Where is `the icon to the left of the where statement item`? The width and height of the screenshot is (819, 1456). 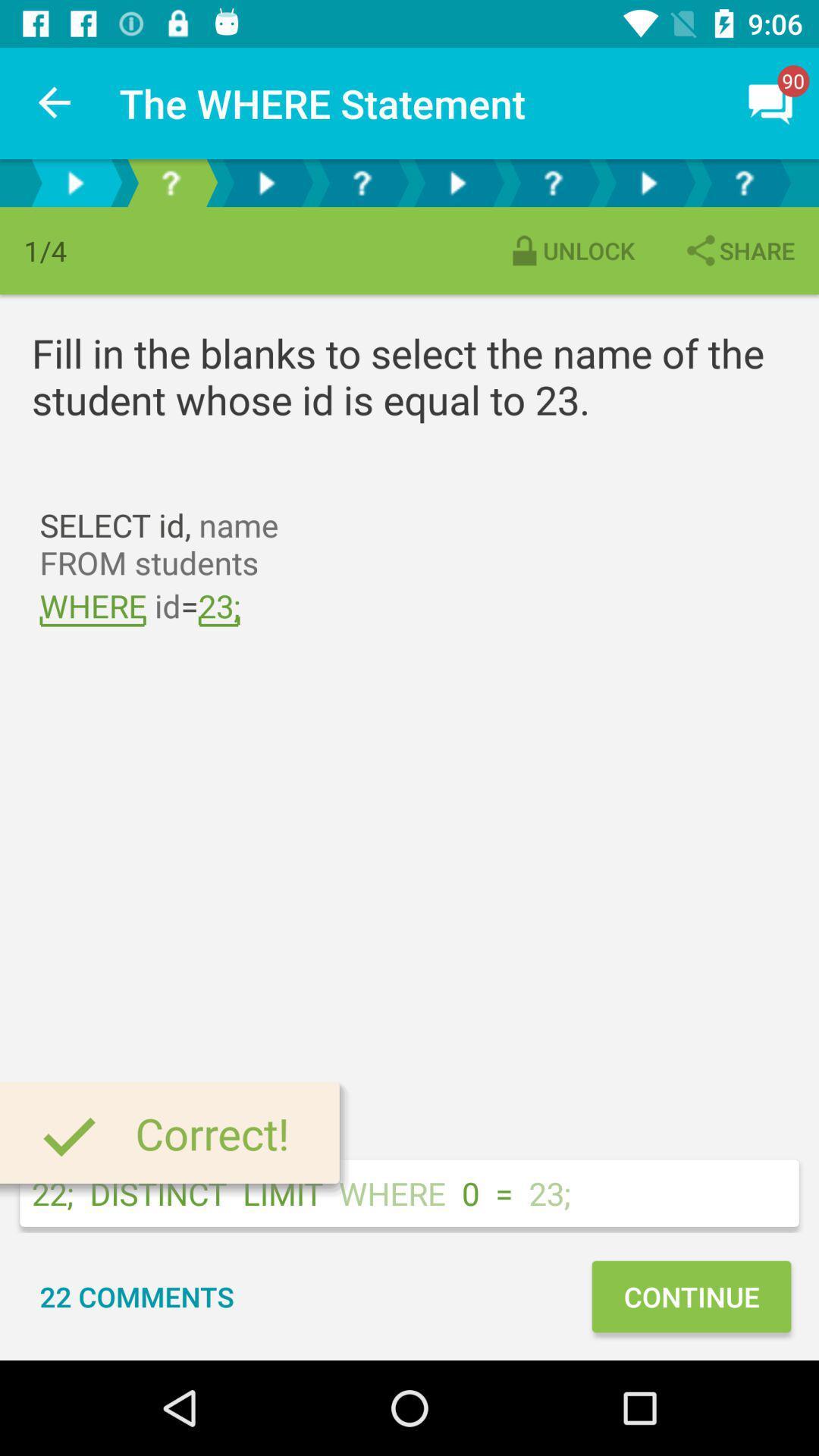 the icon to the left of the where statement item is located at coordinates (55, 102).